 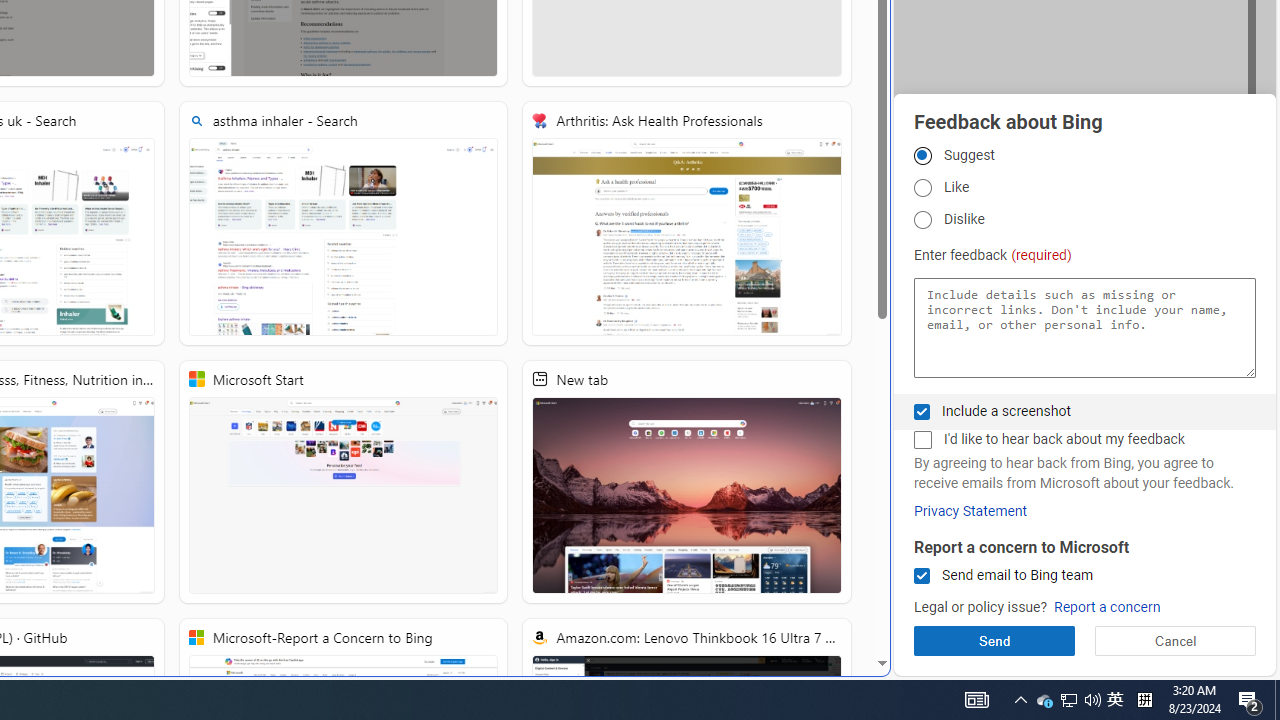 I want to click on 'Report a concern', so click(x=1106, y=606).